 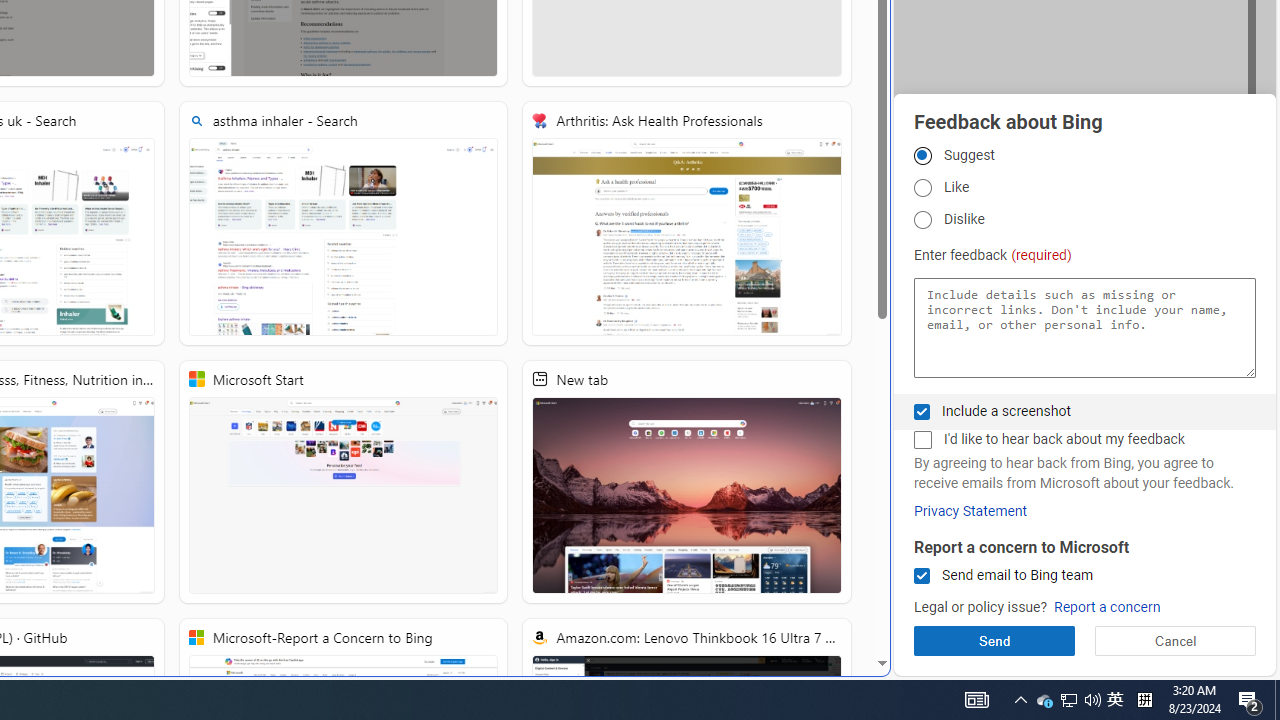 I want to click on 'Report a concern', so click(x=1106, y=606).